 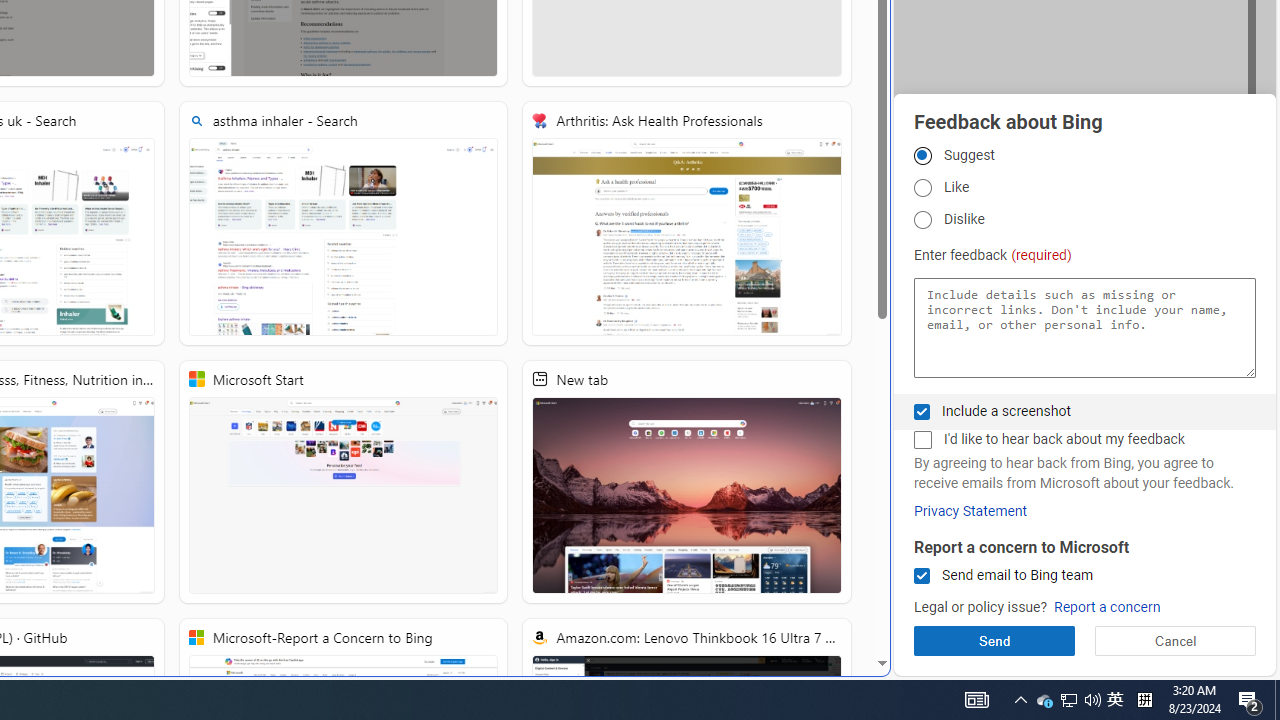 I want to click on 'Report a concern', so click(x=1106, y=606).